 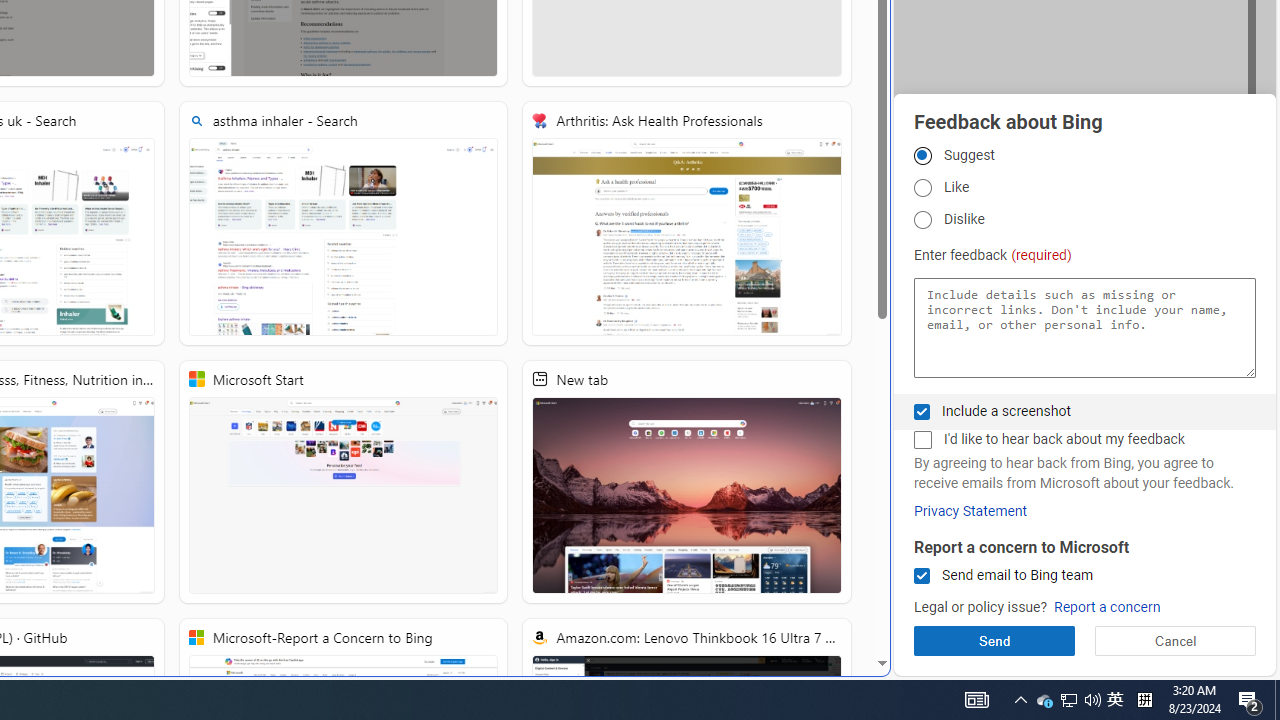 I want to click on 'Report a concern', so click(x=1106, y=606).